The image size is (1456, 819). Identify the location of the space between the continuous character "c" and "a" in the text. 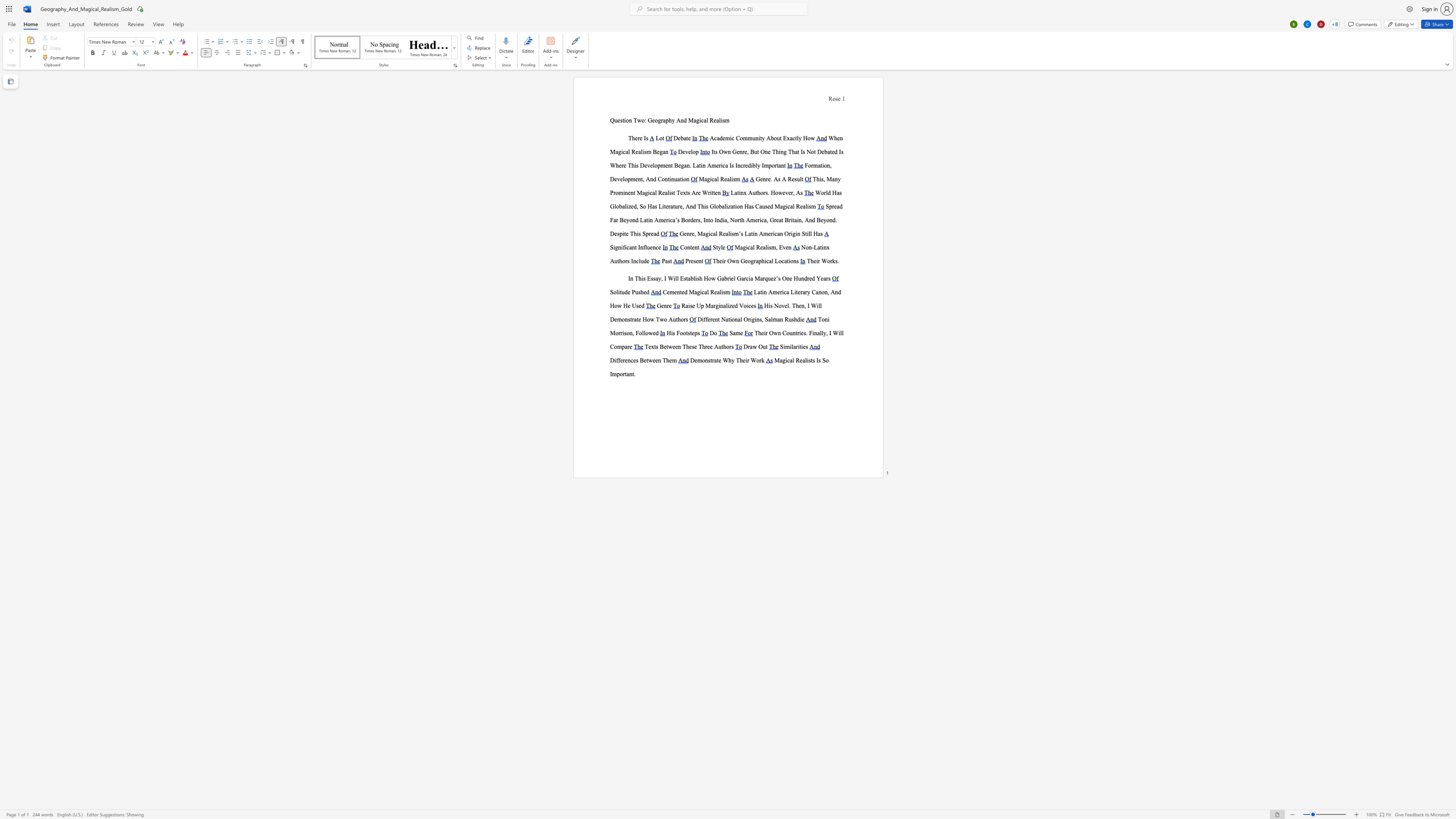
(790, 206).